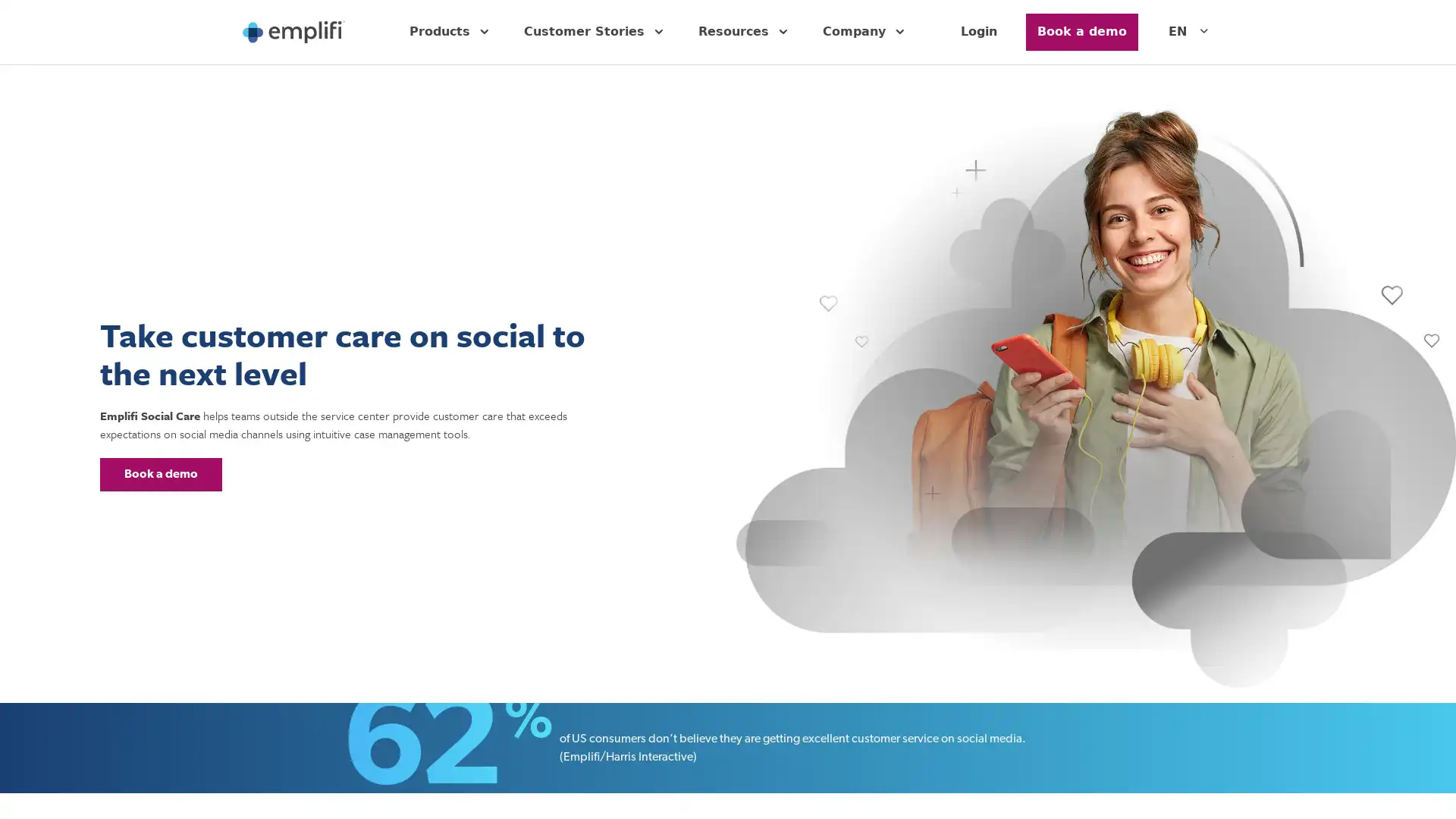 The width and height of the screenshot is (1456, 819). What do you see at coordinates (595, 32) in the screenshot?
I see `Customer Stories` at bounding box center [595, 32].